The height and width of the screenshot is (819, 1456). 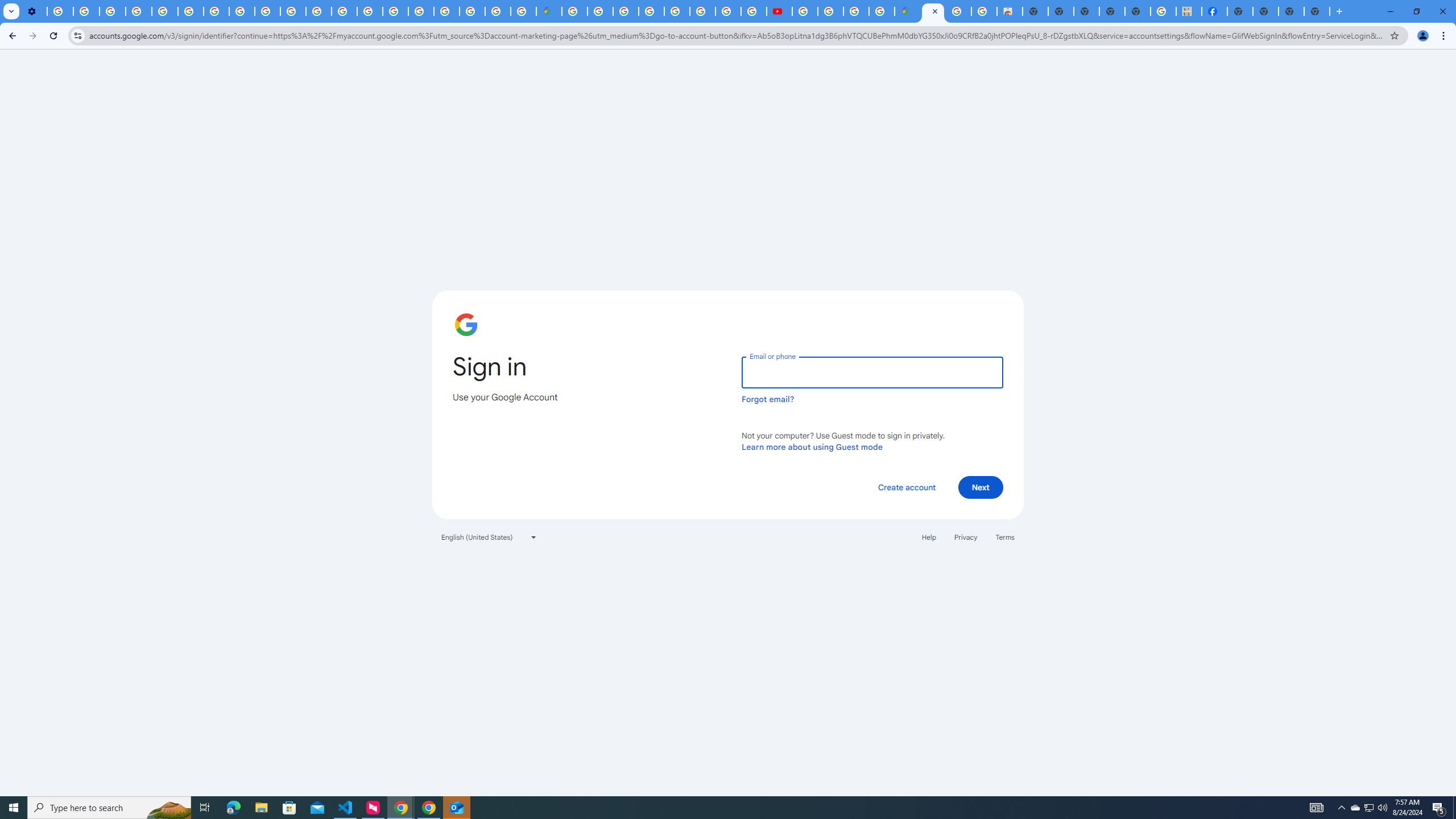 I want to click on 'Google Account Help', so click(x=139, y=11).